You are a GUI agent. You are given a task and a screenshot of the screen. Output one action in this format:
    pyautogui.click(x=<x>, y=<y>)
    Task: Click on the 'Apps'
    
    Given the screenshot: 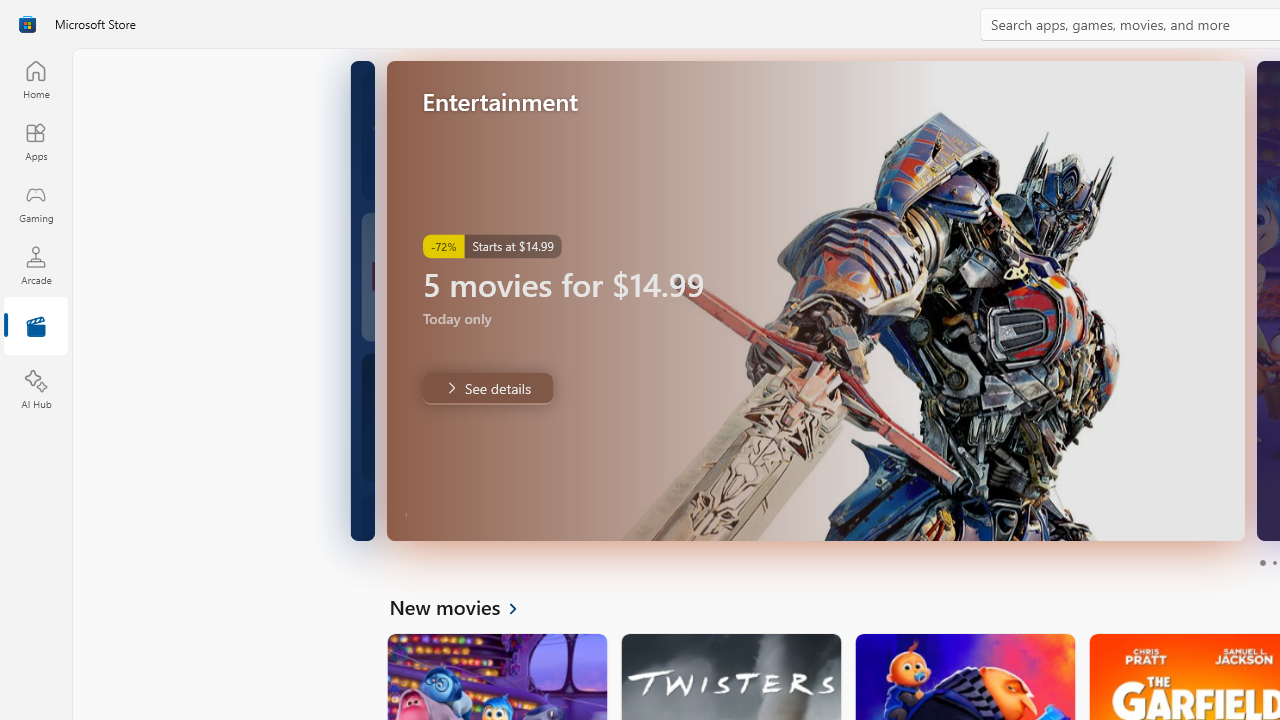 What is the action you would take?
    pyautogui.click(x=35, y=140)
    